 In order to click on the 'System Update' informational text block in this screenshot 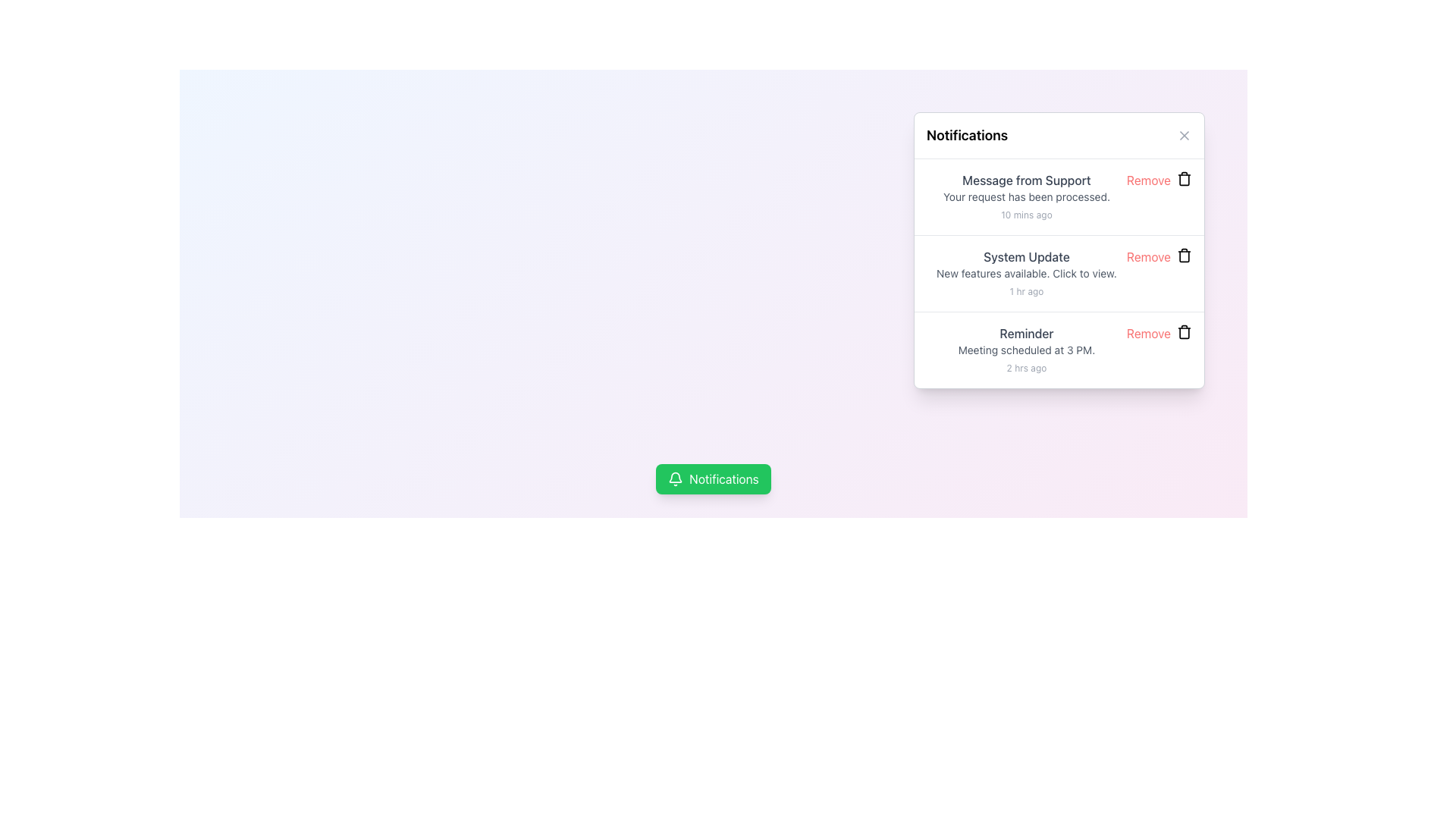, I will do `click(1026, 274)`.